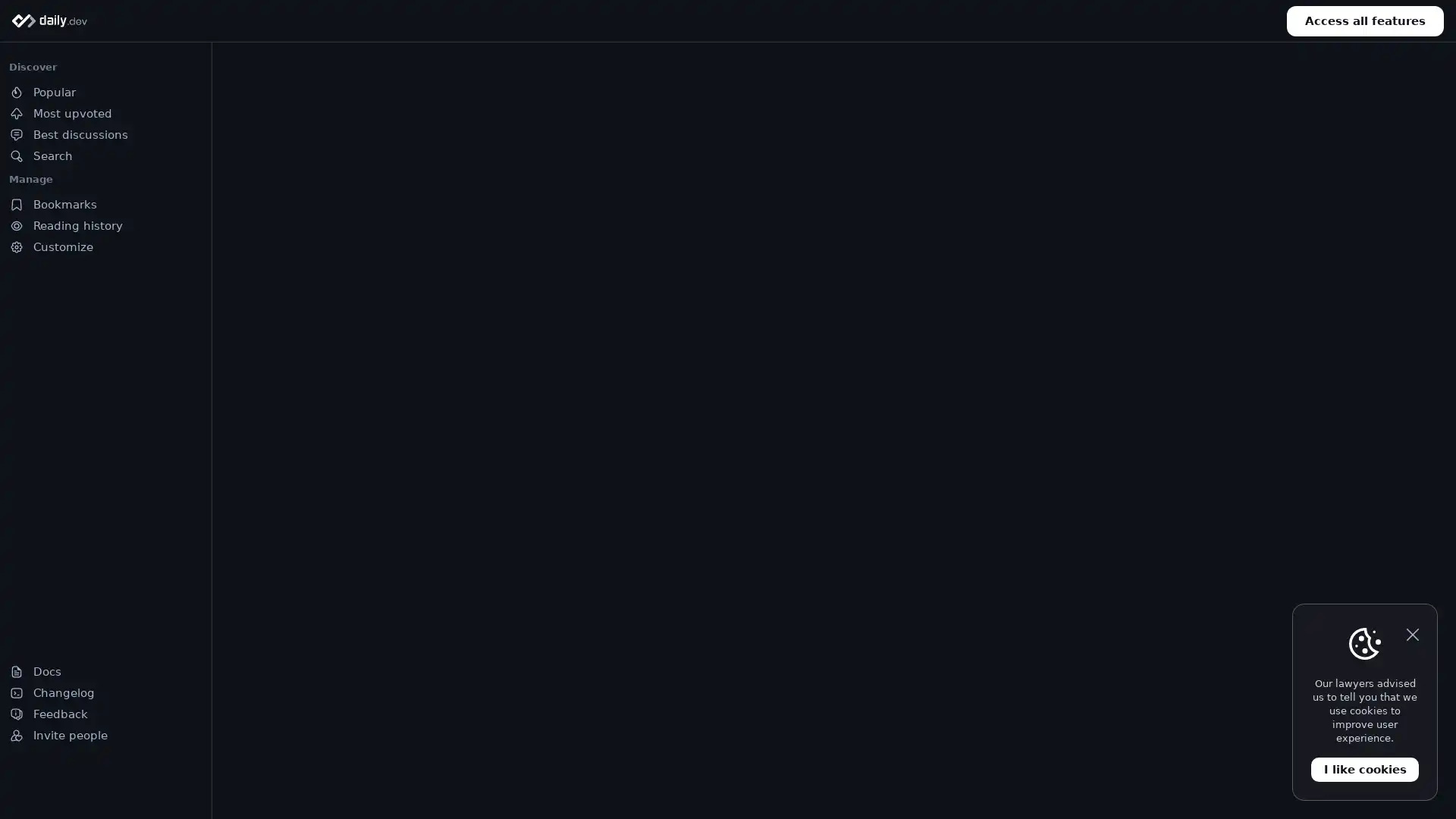 The image size is (1456, 819). What do you see at coordinates (967, 739) in the screenshot?
I see `Comments` at bounding box center [967, 739].